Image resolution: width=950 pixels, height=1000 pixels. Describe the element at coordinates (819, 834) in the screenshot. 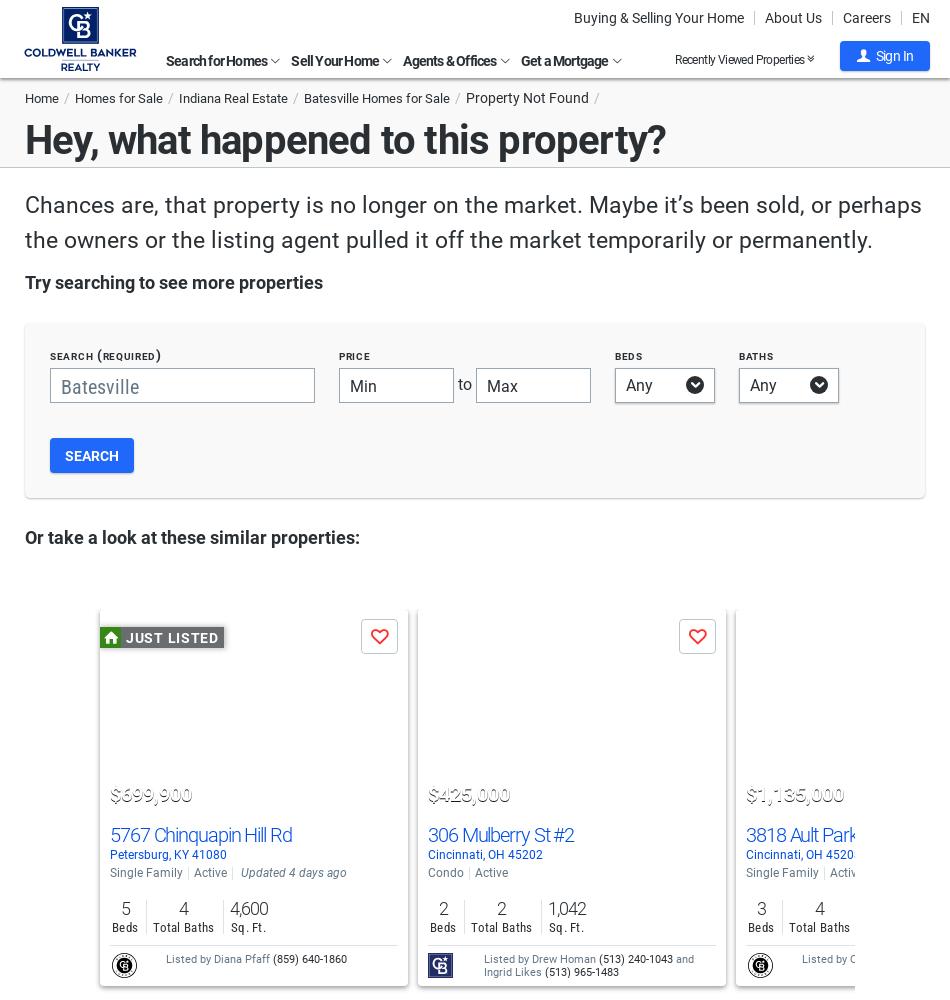

I see `'3818 Ault Park Ave'` at that location.